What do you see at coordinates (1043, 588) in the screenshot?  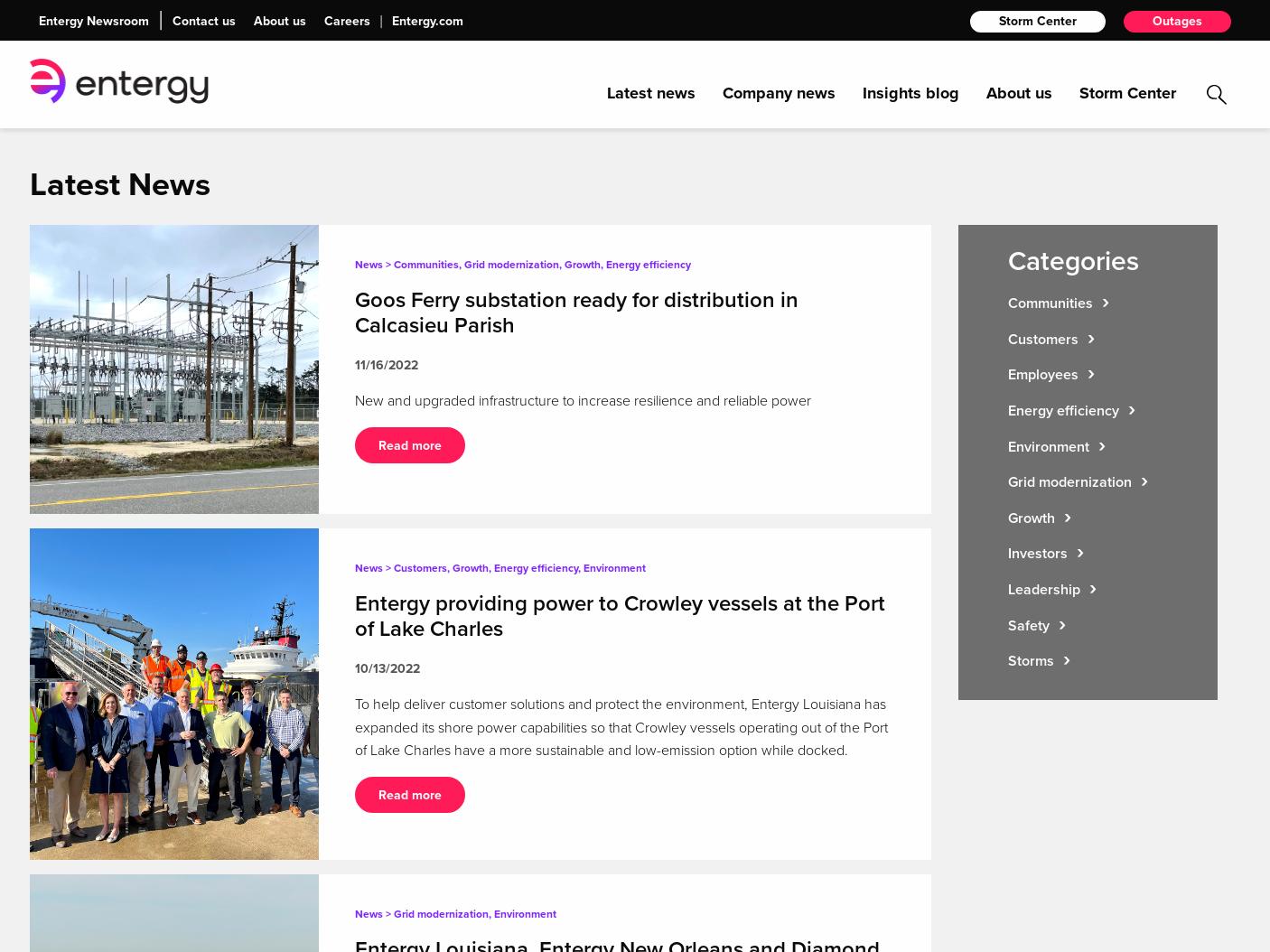 I see `'Leadership'` at bounding box center [1043, 588].